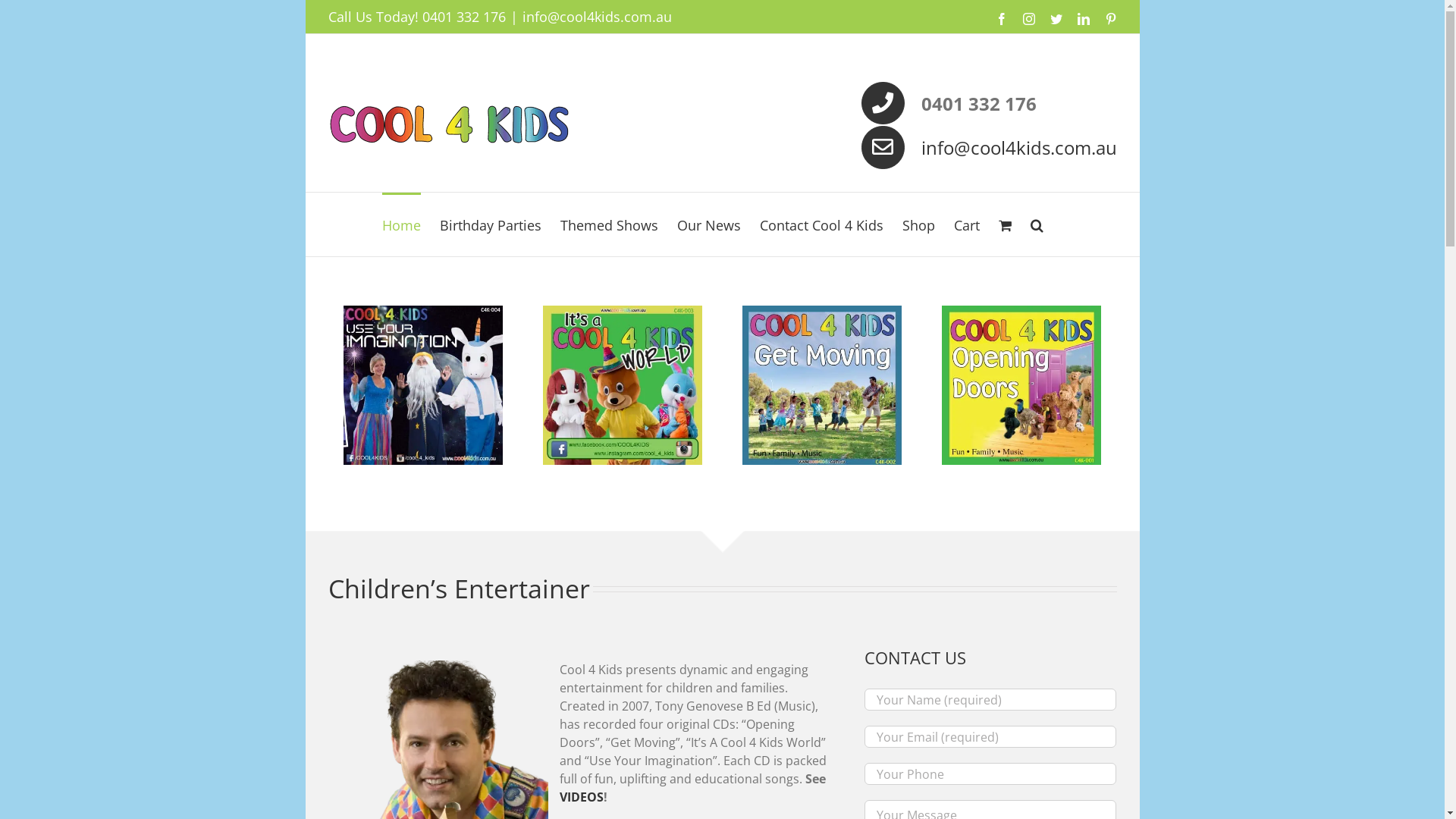  What do you see at coordinates (401, 224) in the screenshot?
I see `'Home'` at bounding box center [401, 224].